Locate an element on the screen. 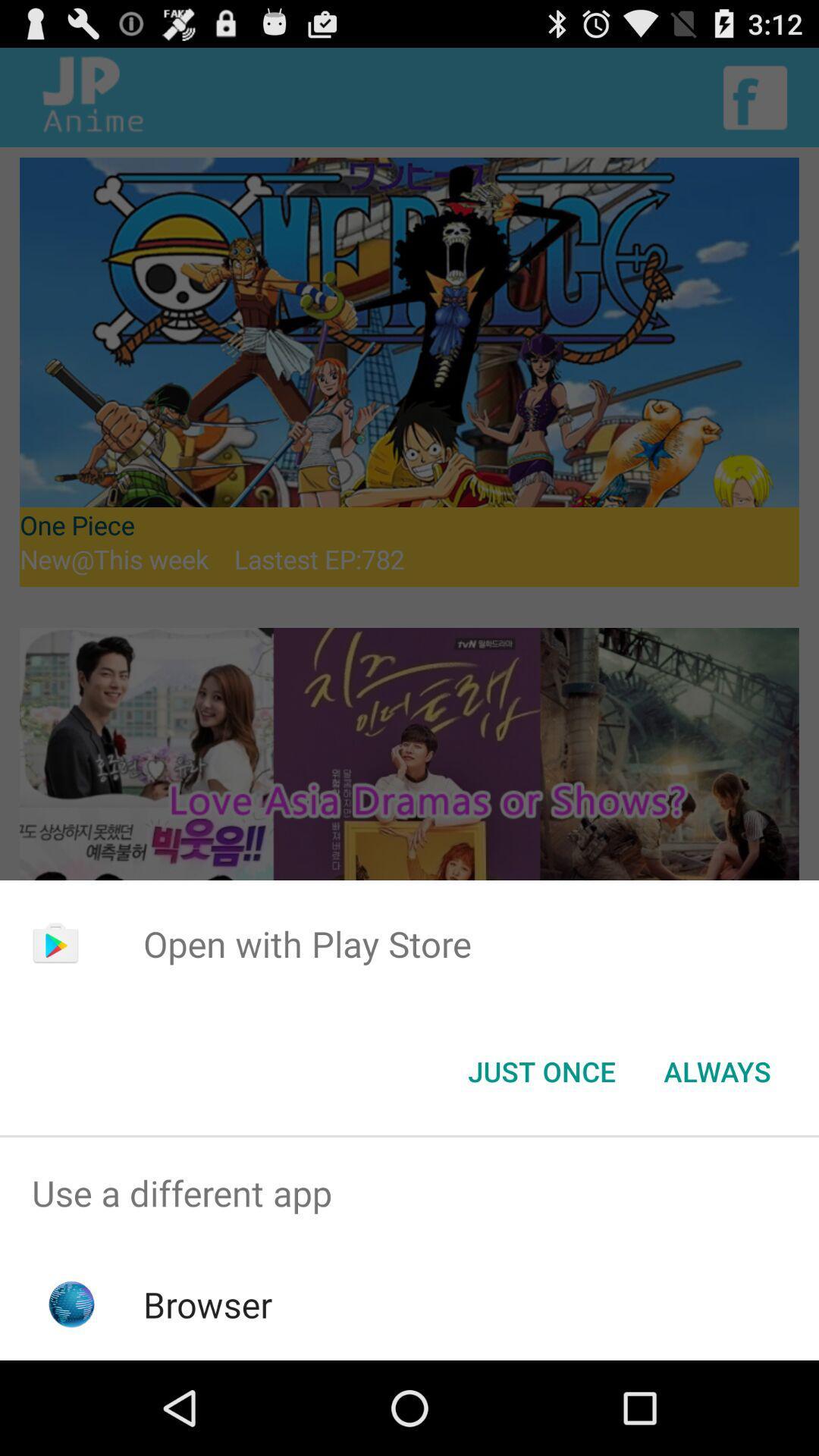 Image resolution: width=819 pixels, height=1456 pixels. item below use a different item is located at coordinates (208, 1304).